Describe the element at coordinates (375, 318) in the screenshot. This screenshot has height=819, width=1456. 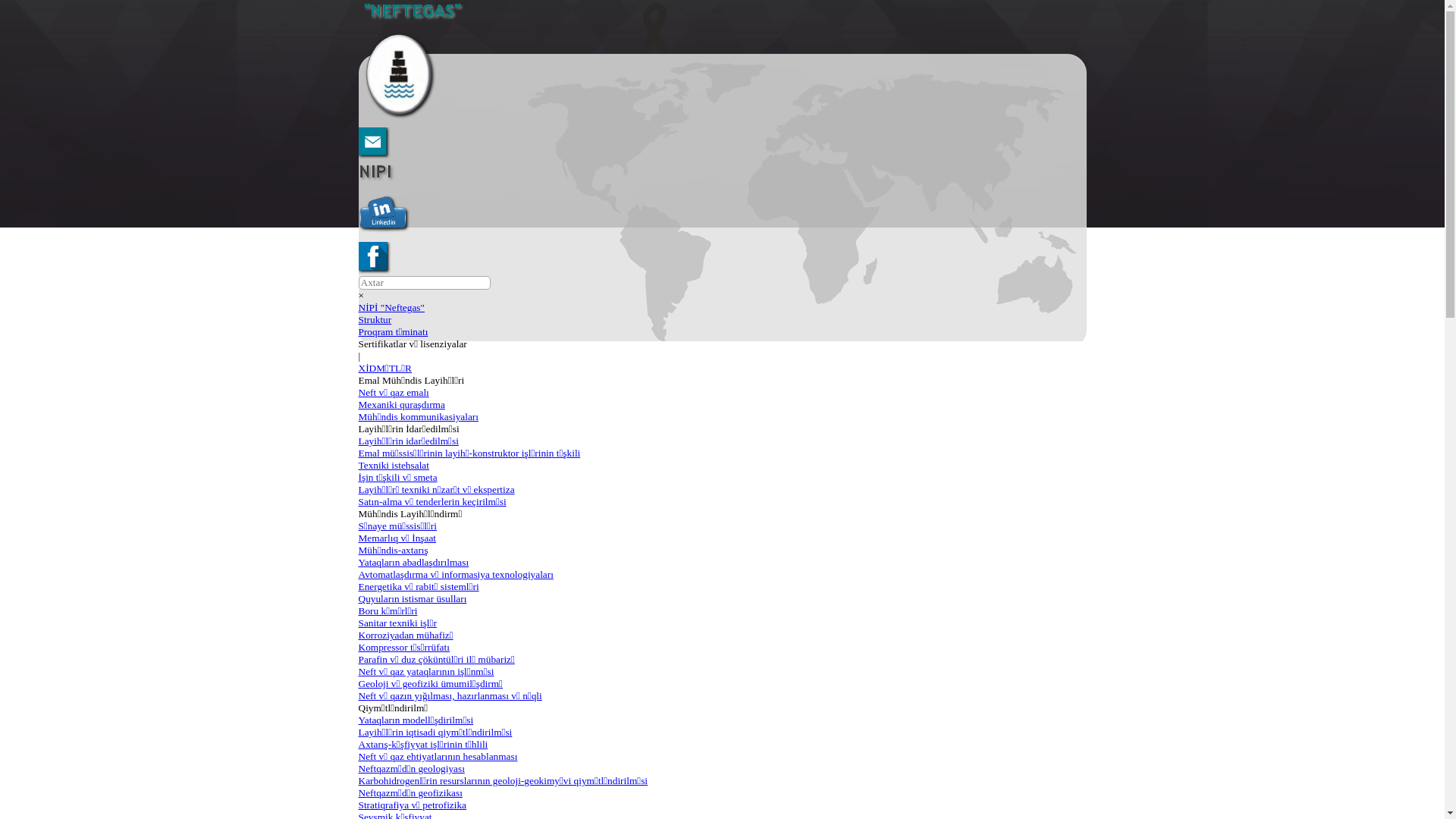
I see `'Struktur'` at that location.